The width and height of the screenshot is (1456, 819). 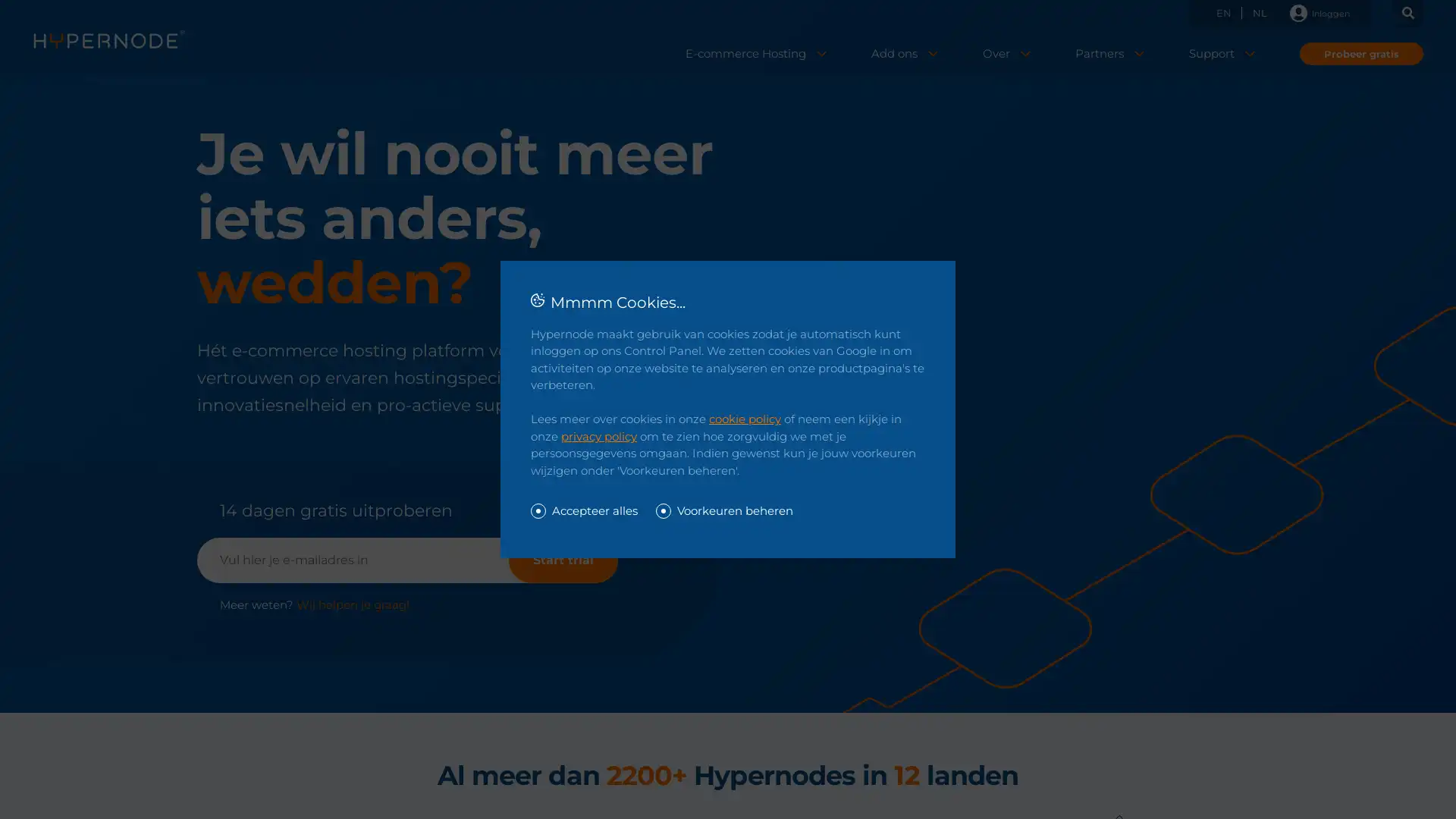 I want to click on Voorkeuren beheren, so click(x=723, y=511).